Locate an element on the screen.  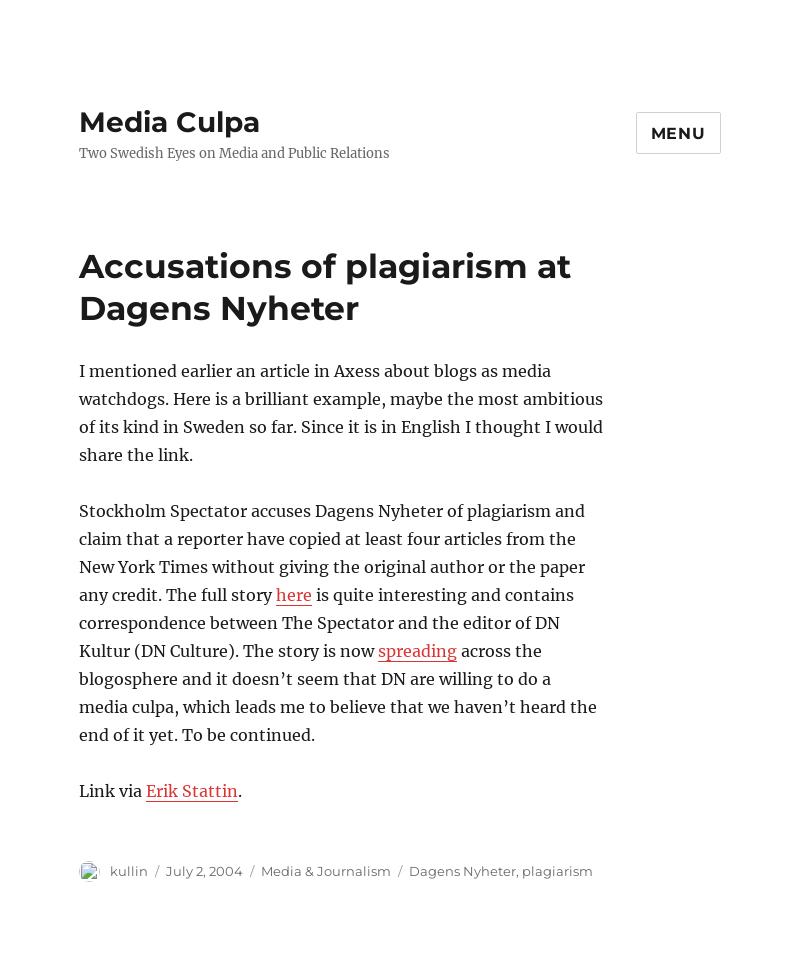
'Menu' is located at coordinates (677, 133).